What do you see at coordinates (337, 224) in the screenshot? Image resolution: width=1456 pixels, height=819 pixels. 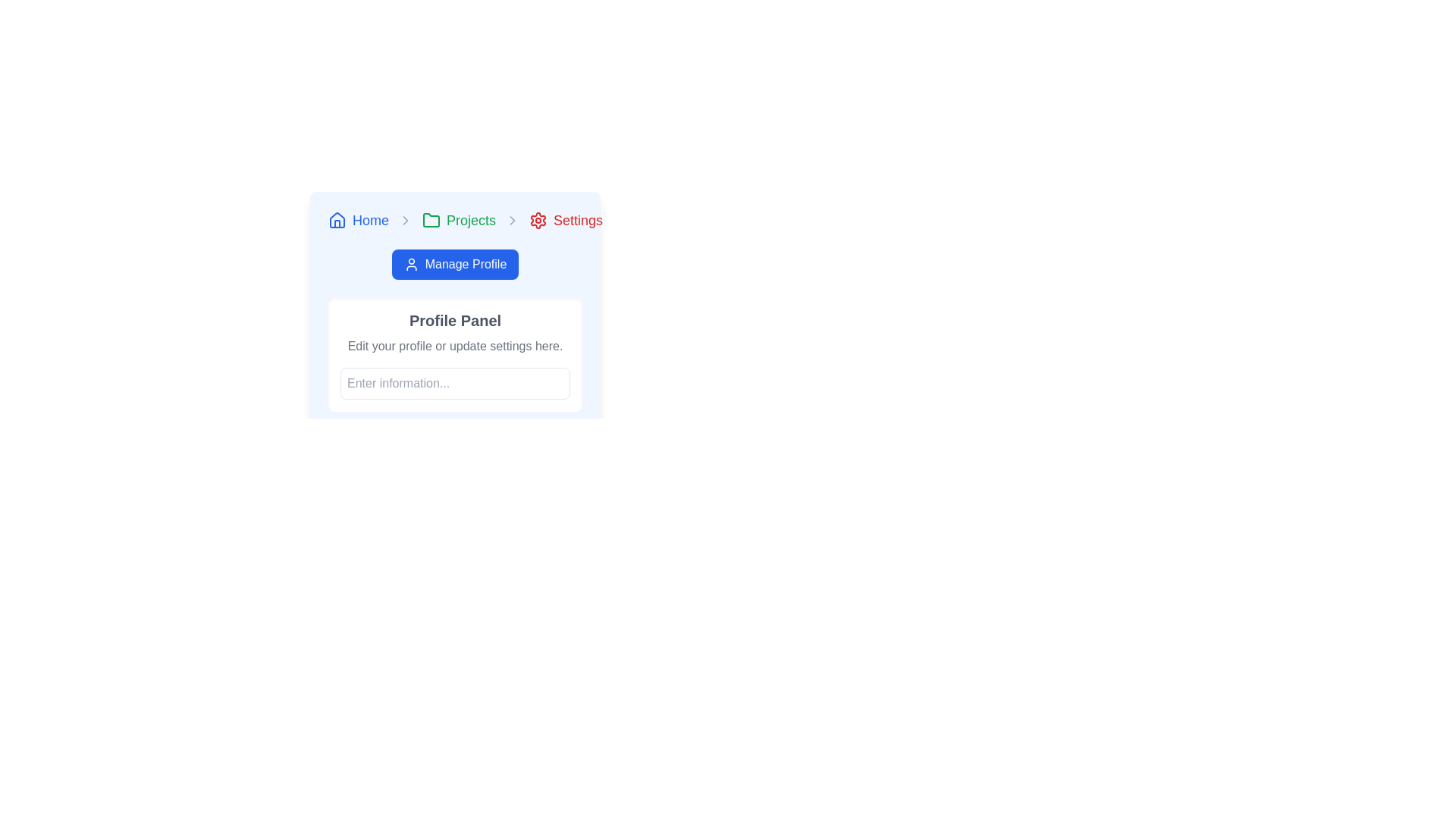 I see `the door icon of the house navigation element labeled 'Home'` at bounding box center [337, 224].